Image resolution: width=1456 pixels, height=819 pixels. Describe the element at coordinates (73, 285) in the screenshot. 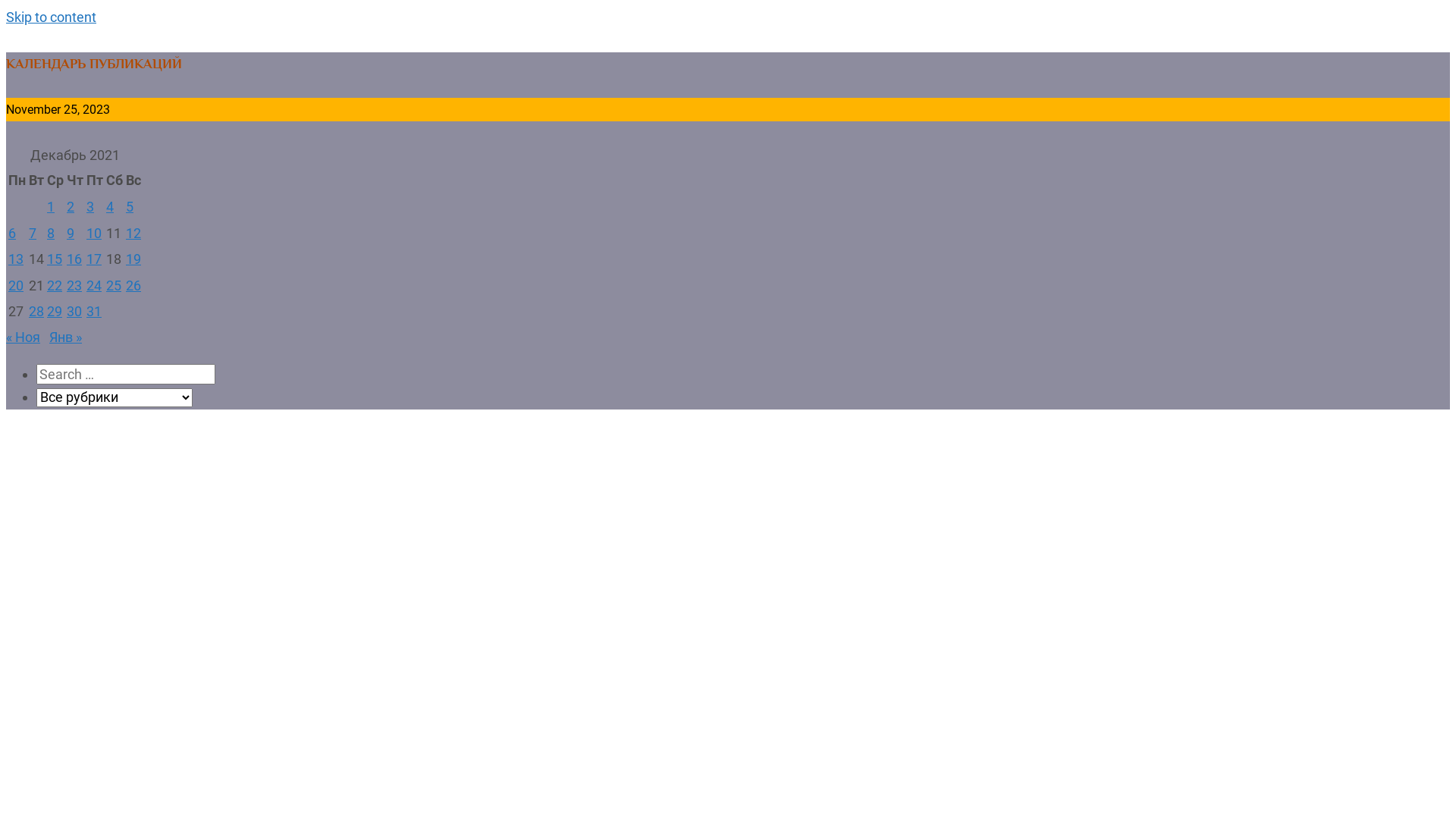

I see `'23'` at that location.